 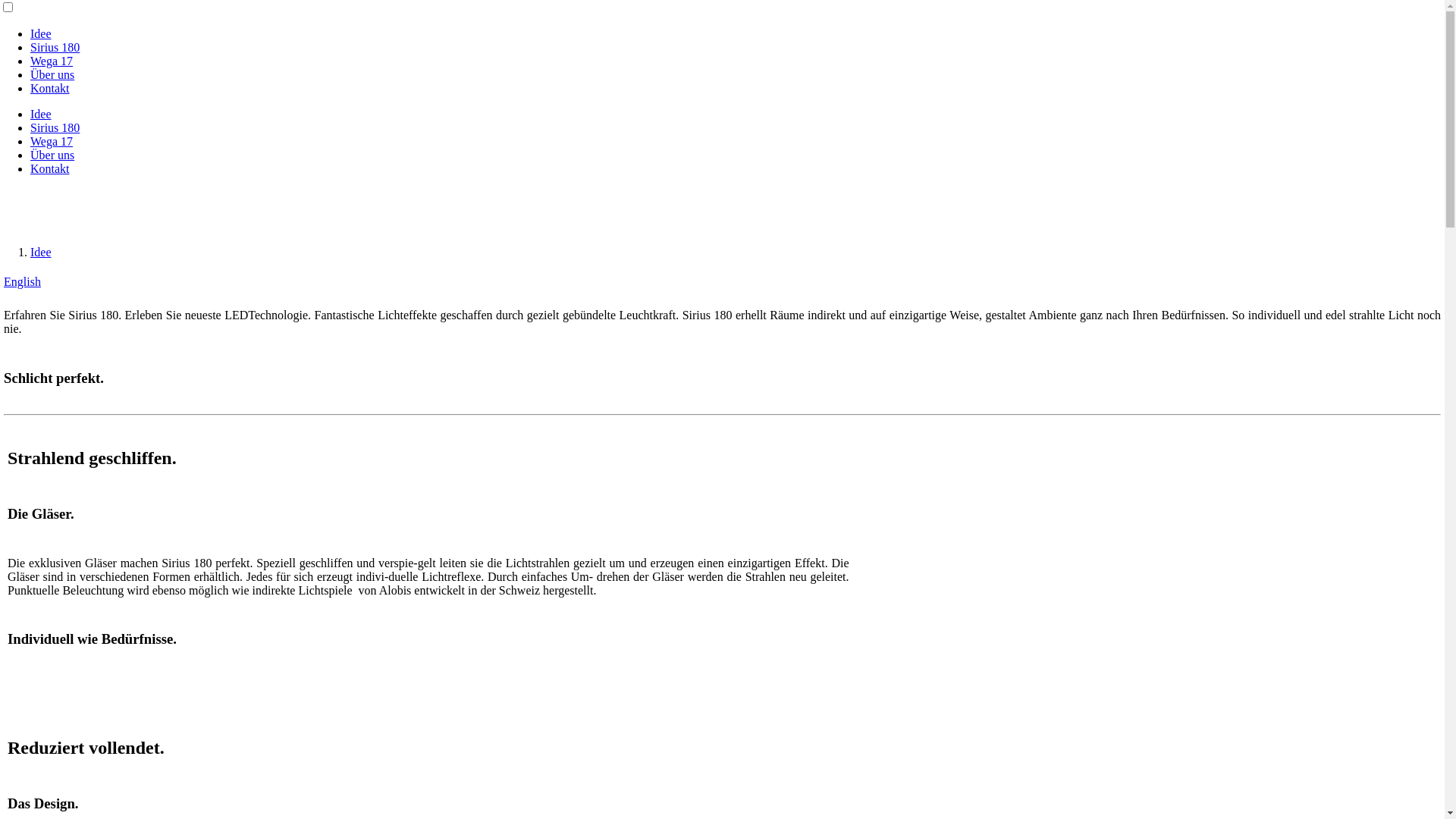 What do you see at coordinates (55, 46) in the screenshot?
I see `'Sirius 180'` at bounding box center [55, 46].